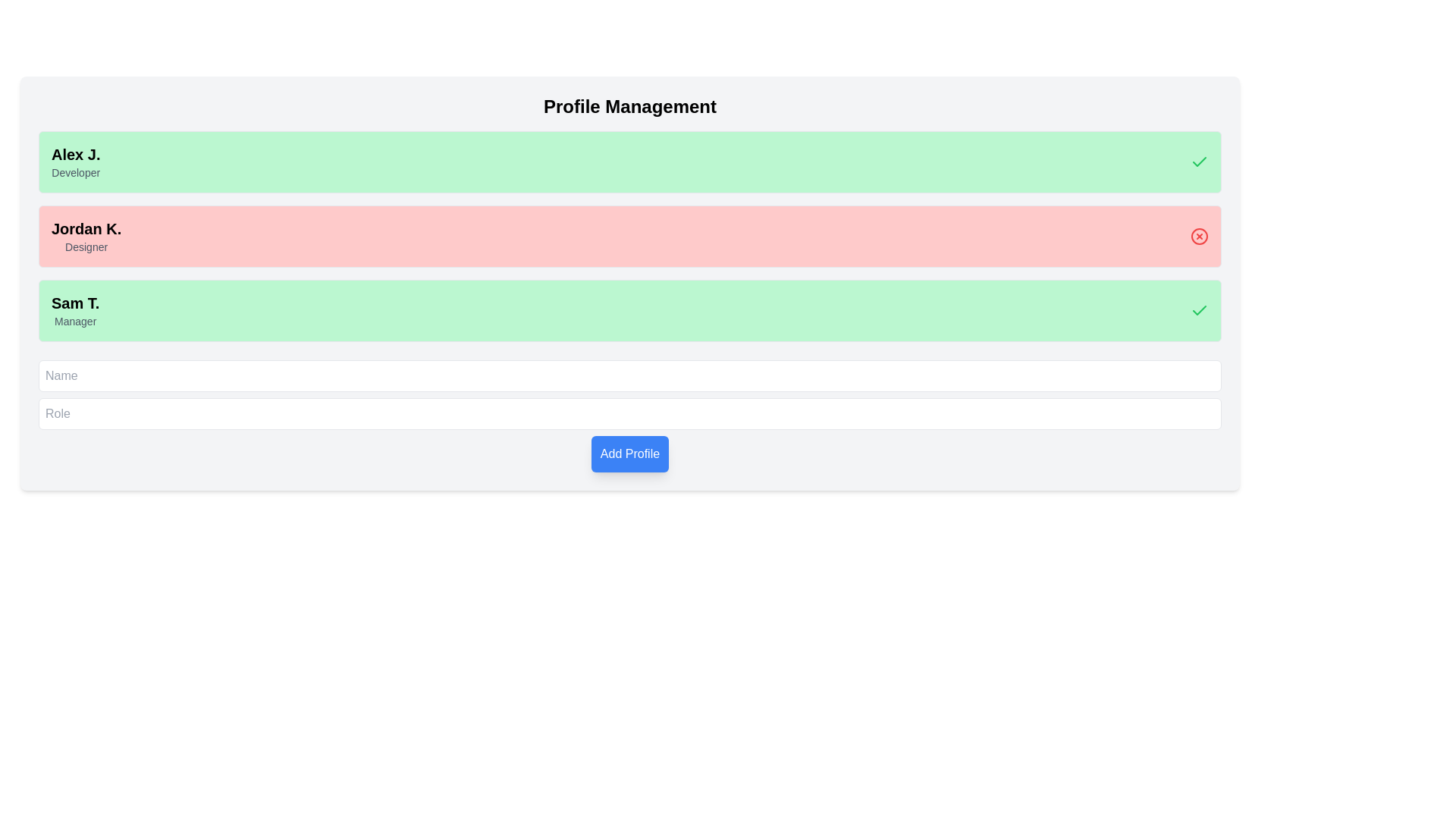 The image size is (1456, 819). What do you see at coordinates (74, 321) in the screenshot?
I see `the static text label displaying 'Manager' in small gray text, located below 'Sam T.' within the green background section of the user profile list` at bounding box center [74, 321].